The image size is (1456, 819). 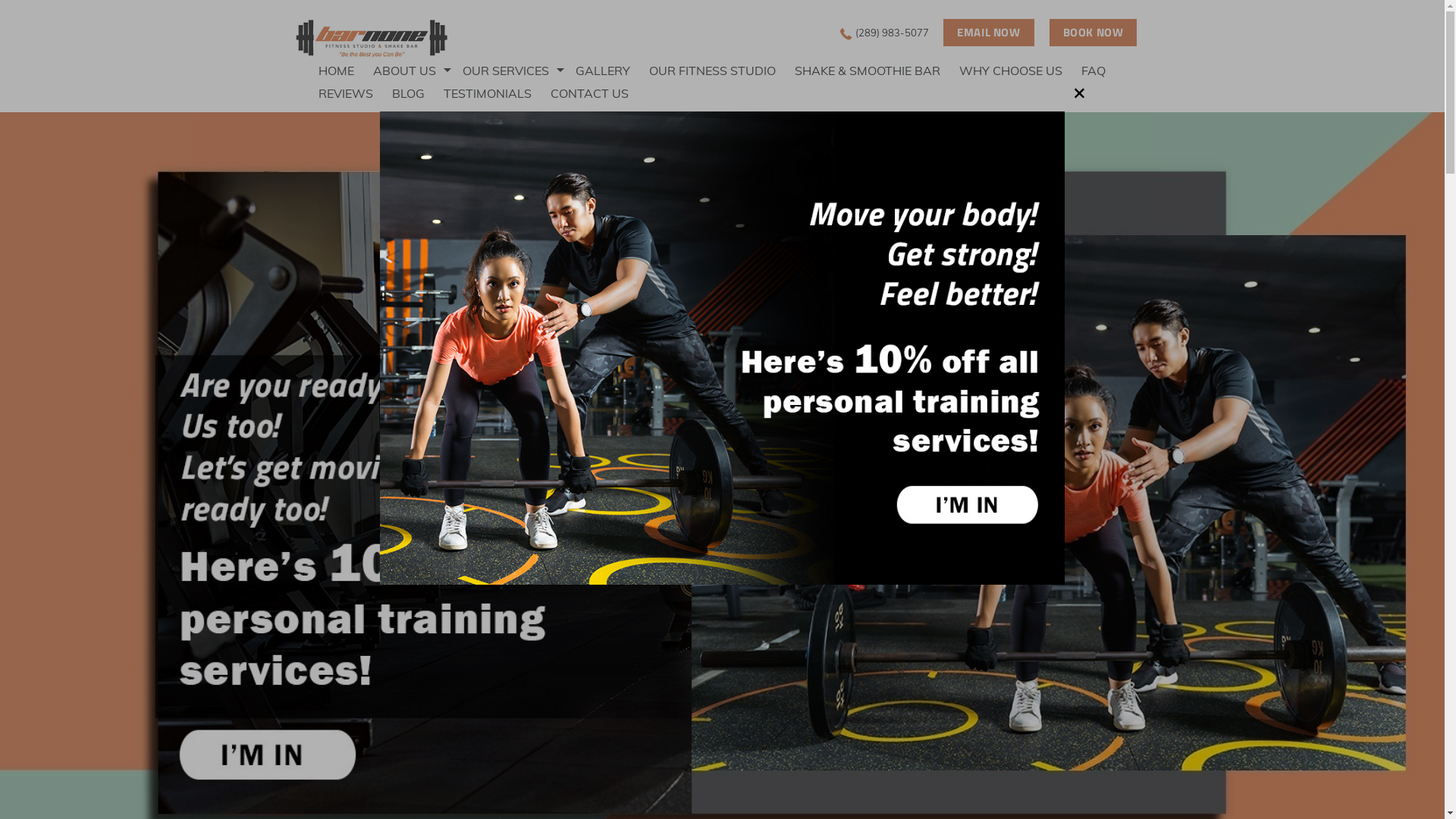 I want to click on 'OUR FITNESS STUDIO', so click(x=720, y=70).